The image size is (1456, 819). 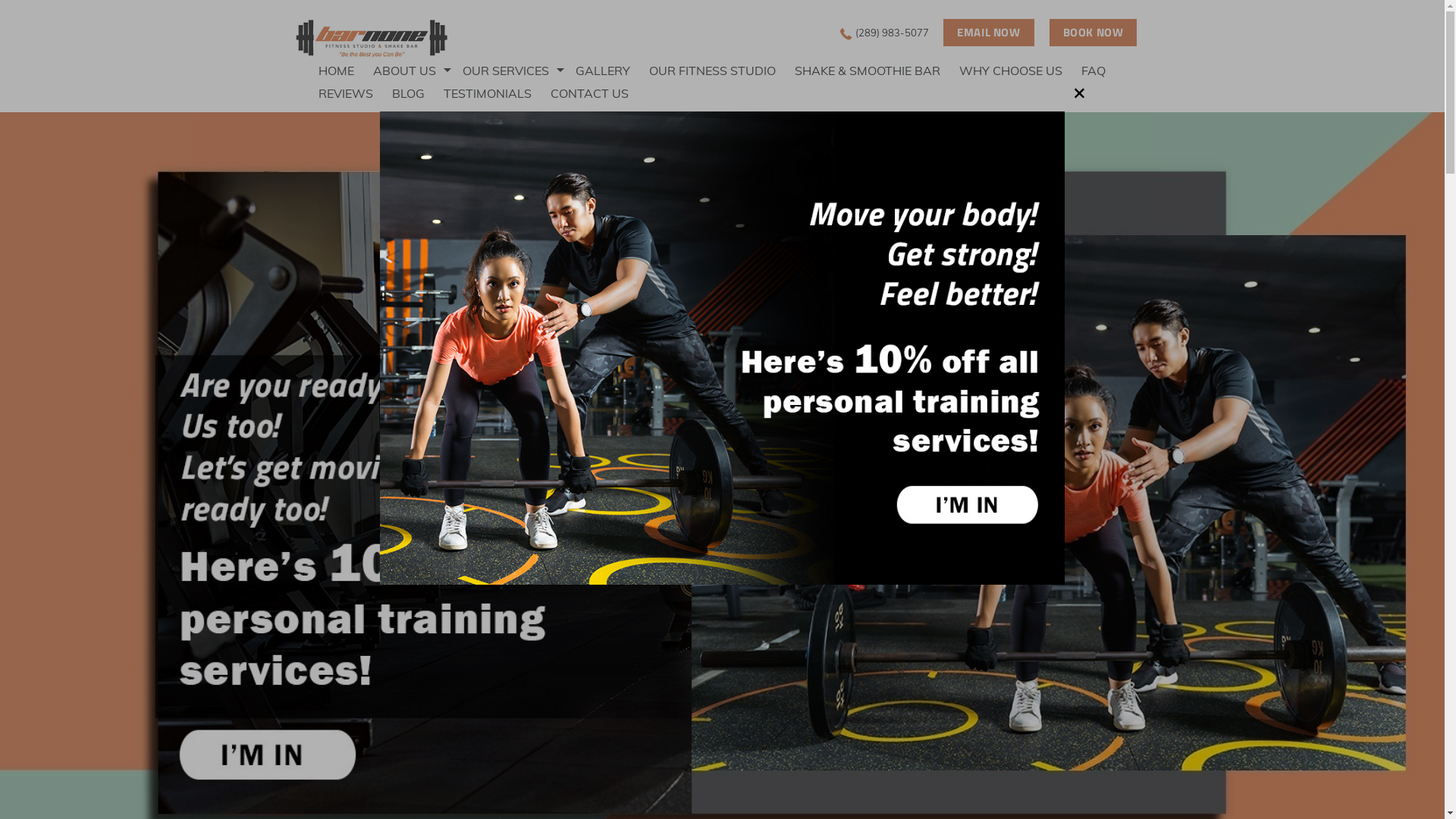 I want to click on 'OUR FITNESS STUDIO', so click(x=720, y=70).